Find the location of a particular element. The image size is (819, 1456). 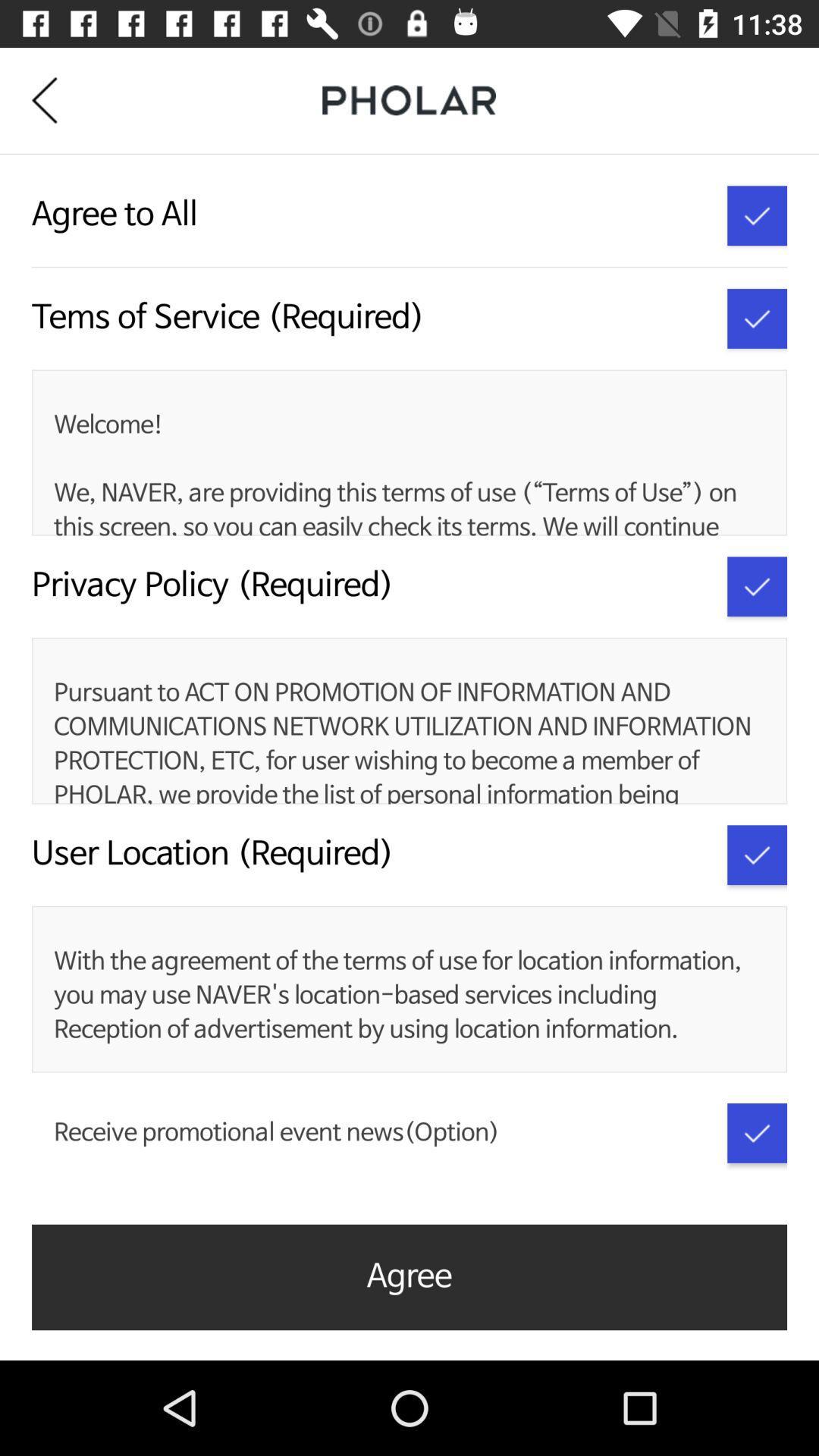

promotional news on is located at coordinates (757, 1133).